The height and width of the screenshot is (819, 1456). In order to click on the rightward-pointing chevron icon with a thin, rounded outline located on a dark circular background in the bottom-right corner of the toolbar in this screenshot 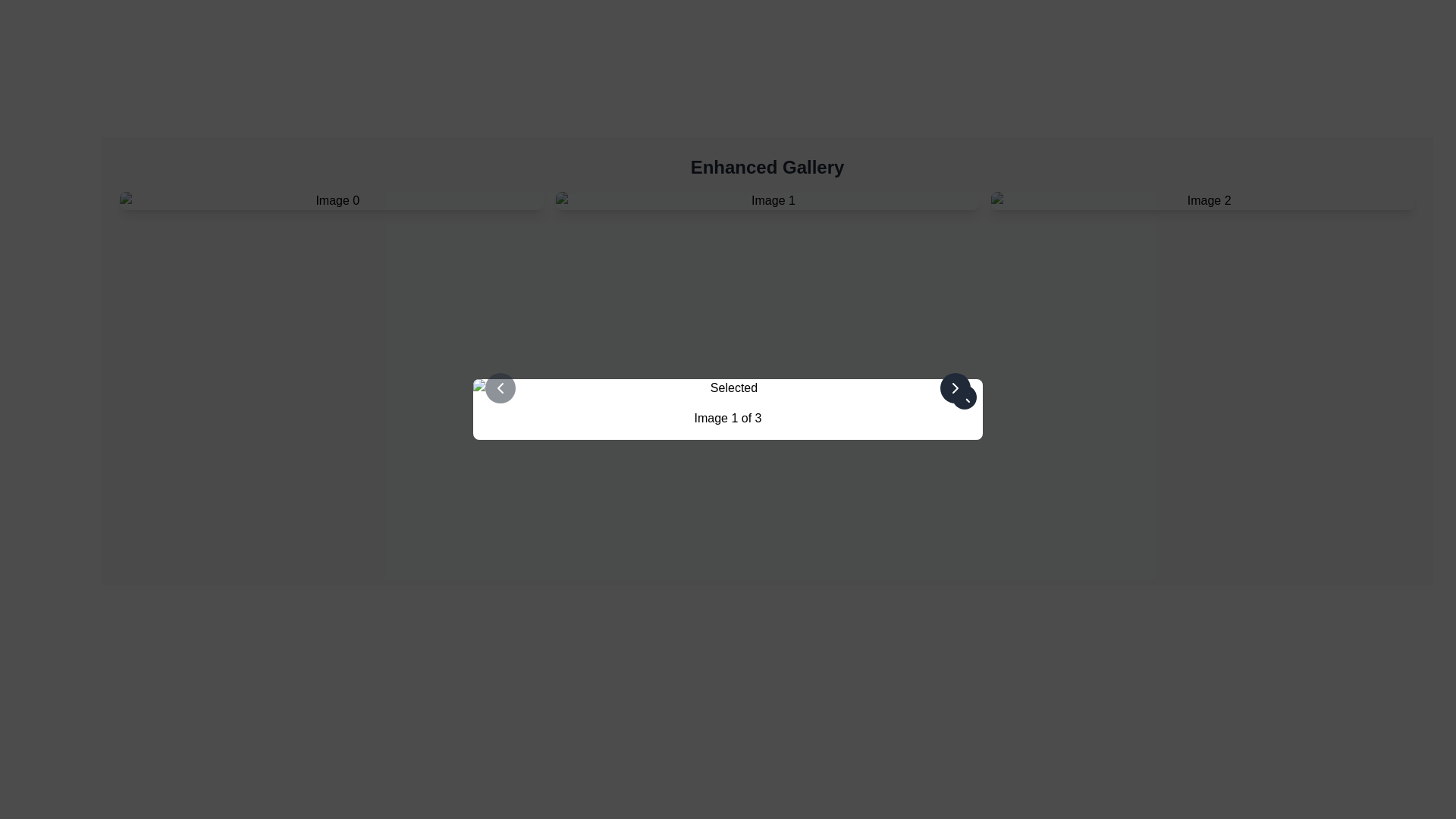, I will do `click(954, 388)`.